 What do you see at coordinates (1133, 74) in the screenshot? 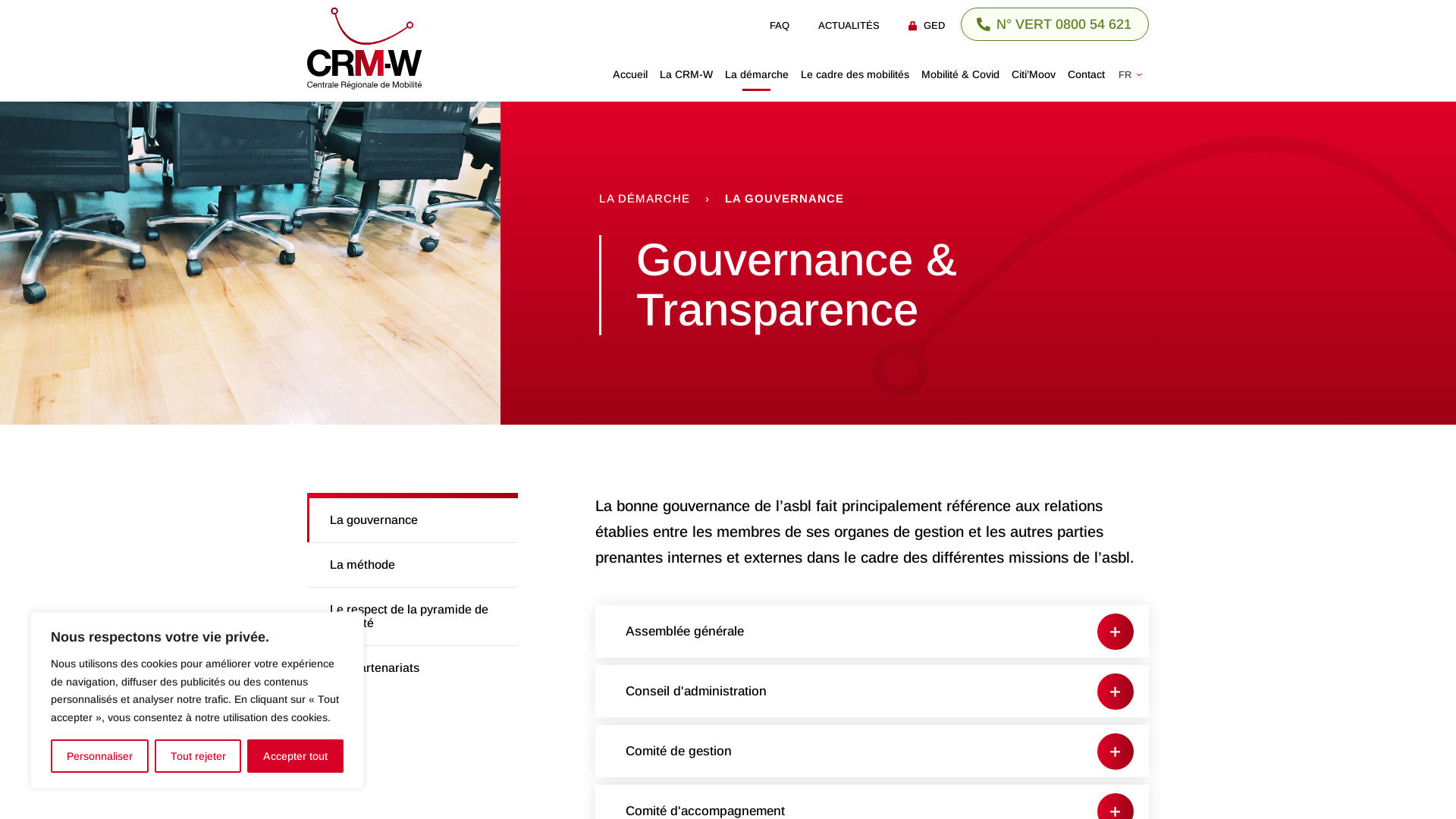
I see `'FR'` at bounding box center [1133, 74].